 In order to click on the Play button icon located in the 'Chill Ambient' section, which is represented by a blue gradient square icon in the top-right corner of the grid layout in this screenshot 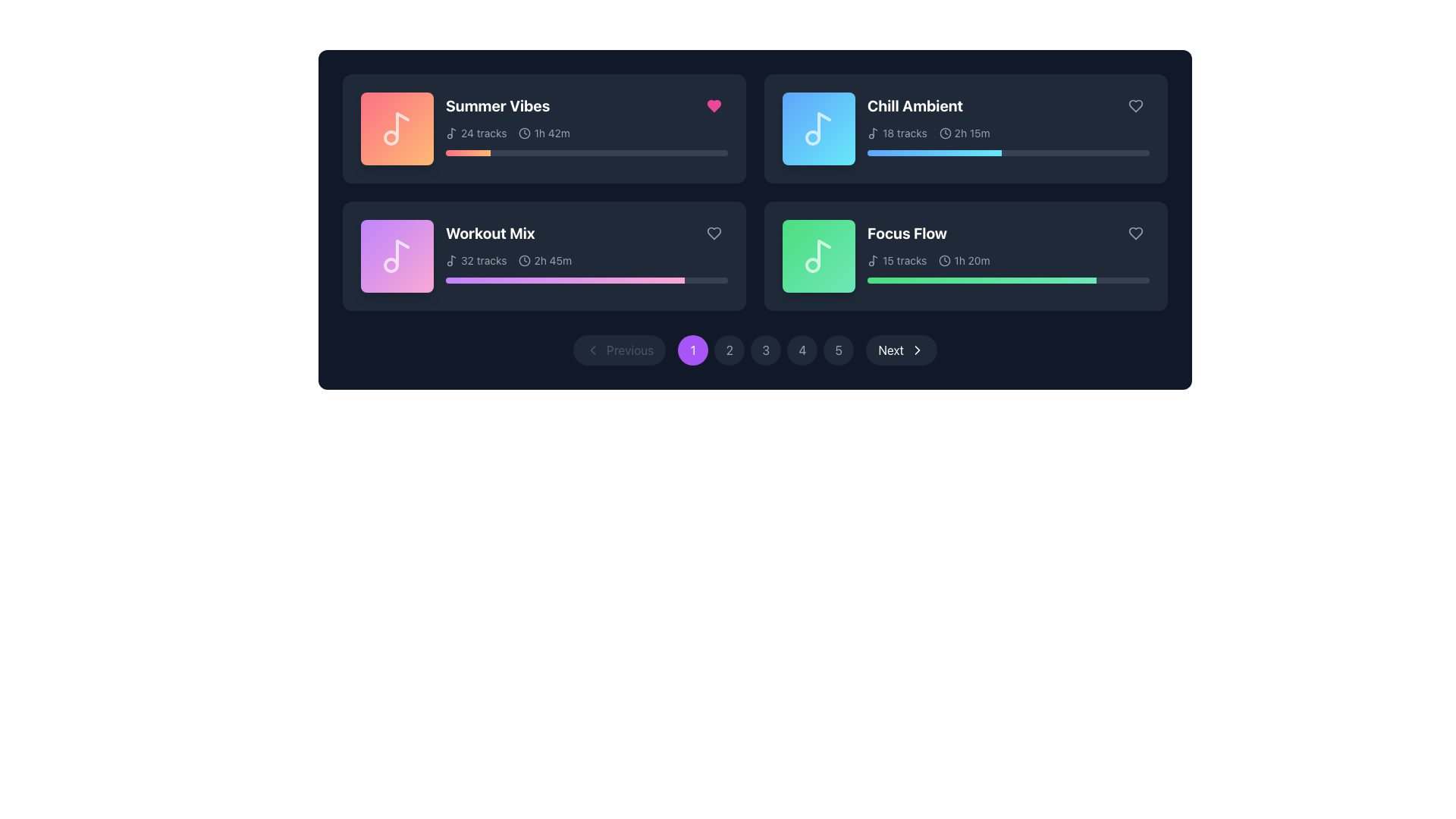, I will do `click(818, 127)`.